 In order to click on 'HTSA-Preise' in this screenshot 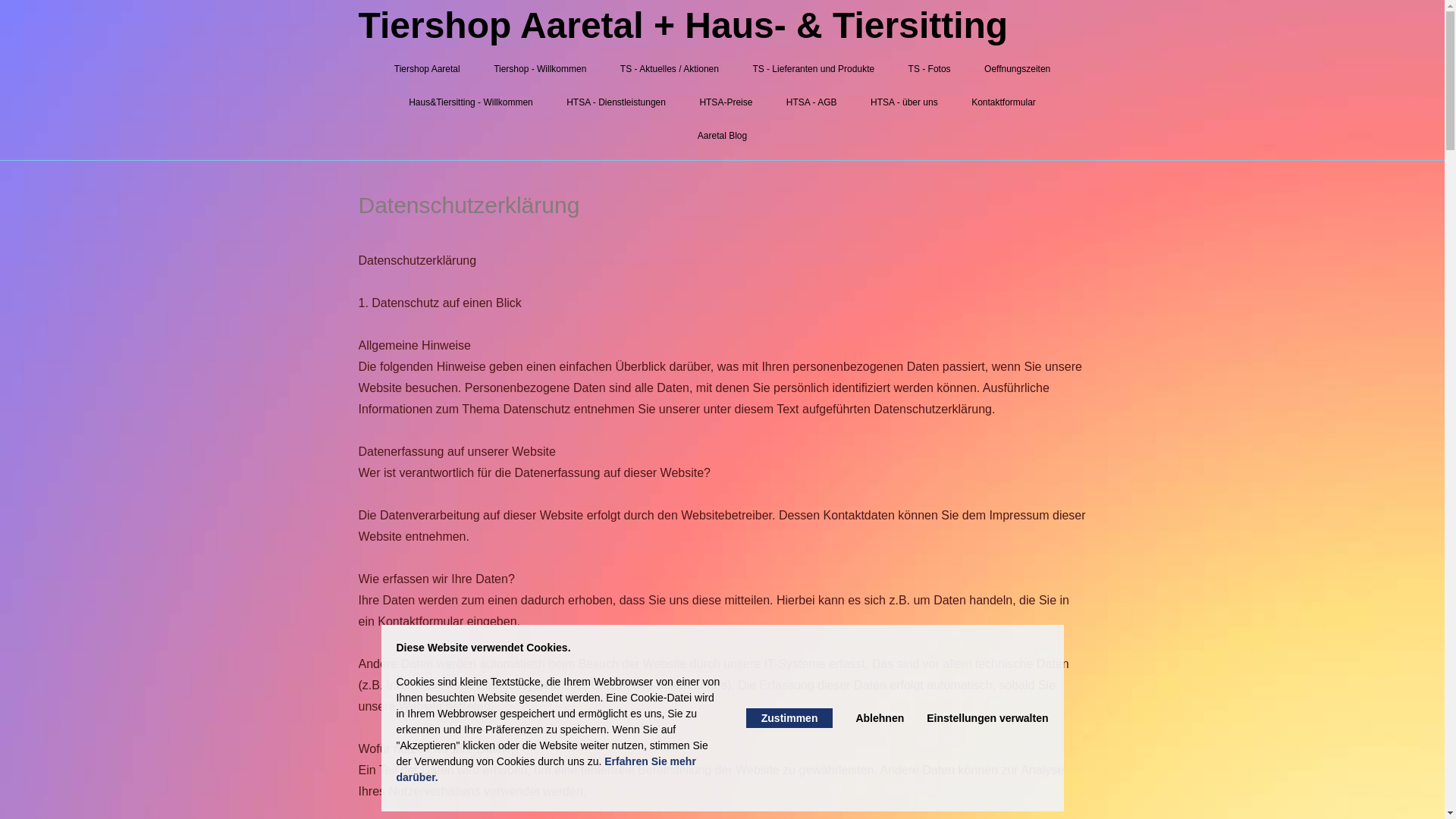, I will do `click(724, 102)`.